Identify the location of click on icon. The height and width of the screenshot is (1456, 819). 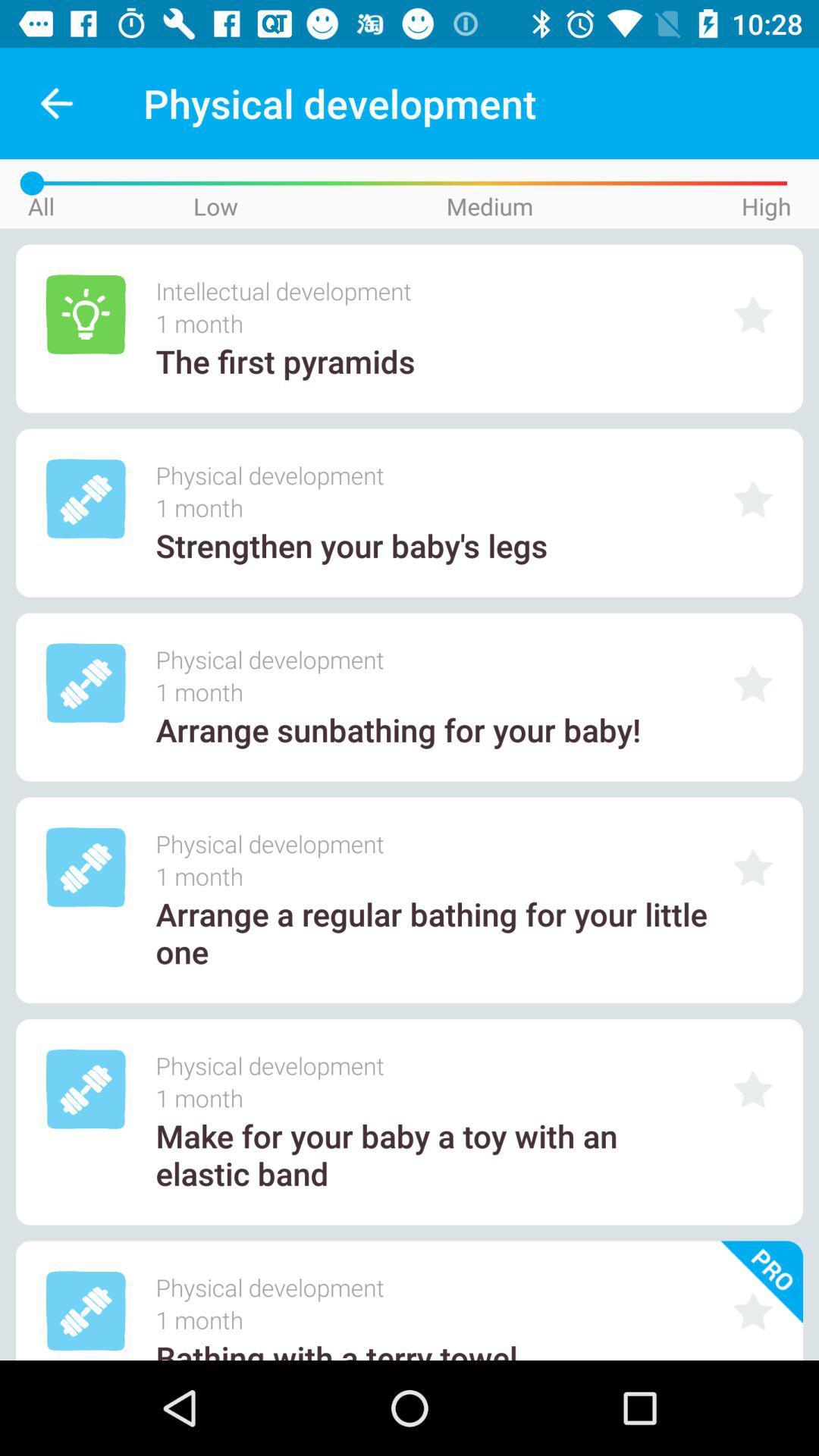
(753, 1310).